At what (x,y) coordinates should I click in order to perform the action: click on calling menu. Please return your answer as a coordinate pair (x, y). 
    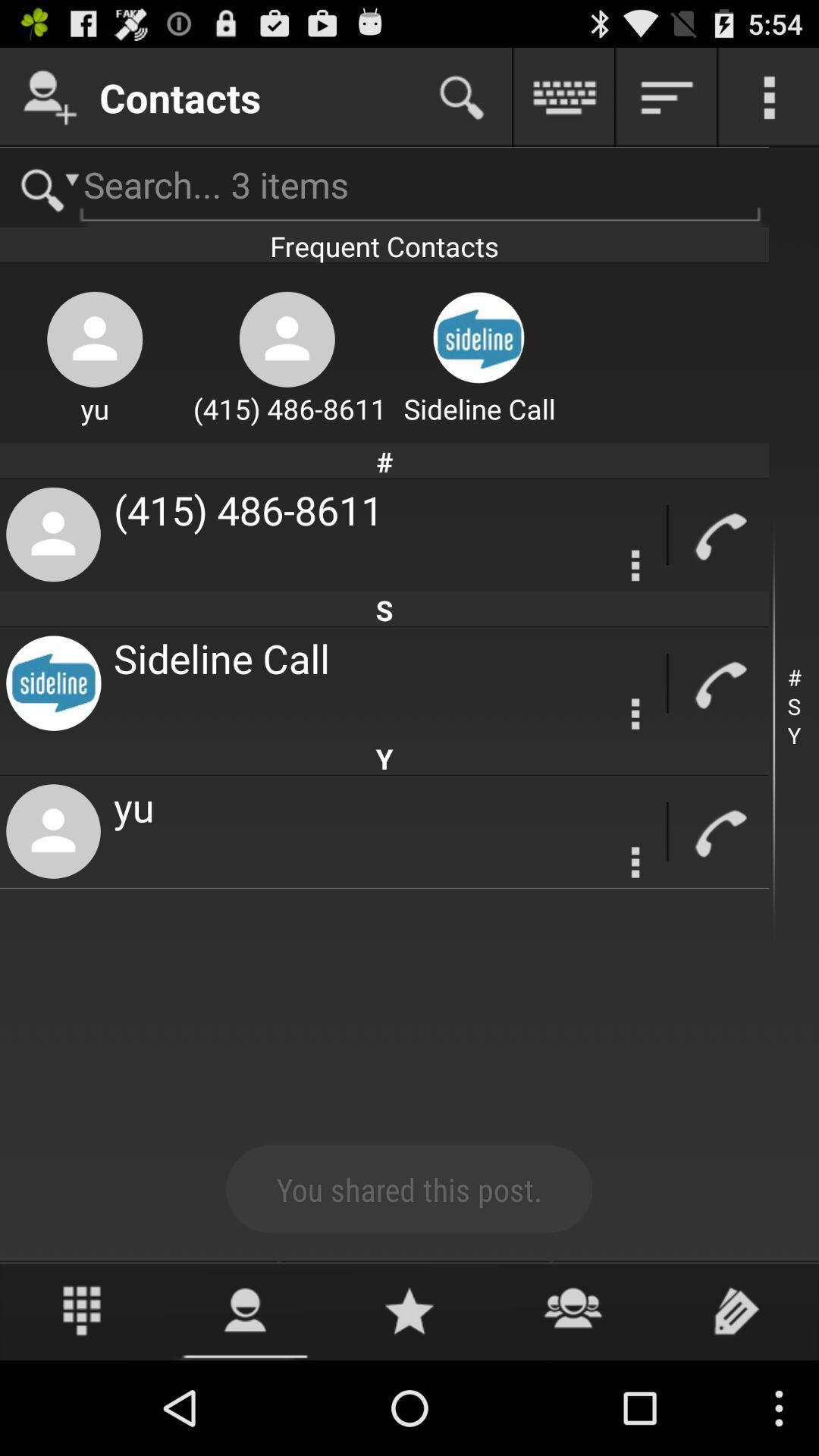
    Looking at the image, I should click on (635, 564).